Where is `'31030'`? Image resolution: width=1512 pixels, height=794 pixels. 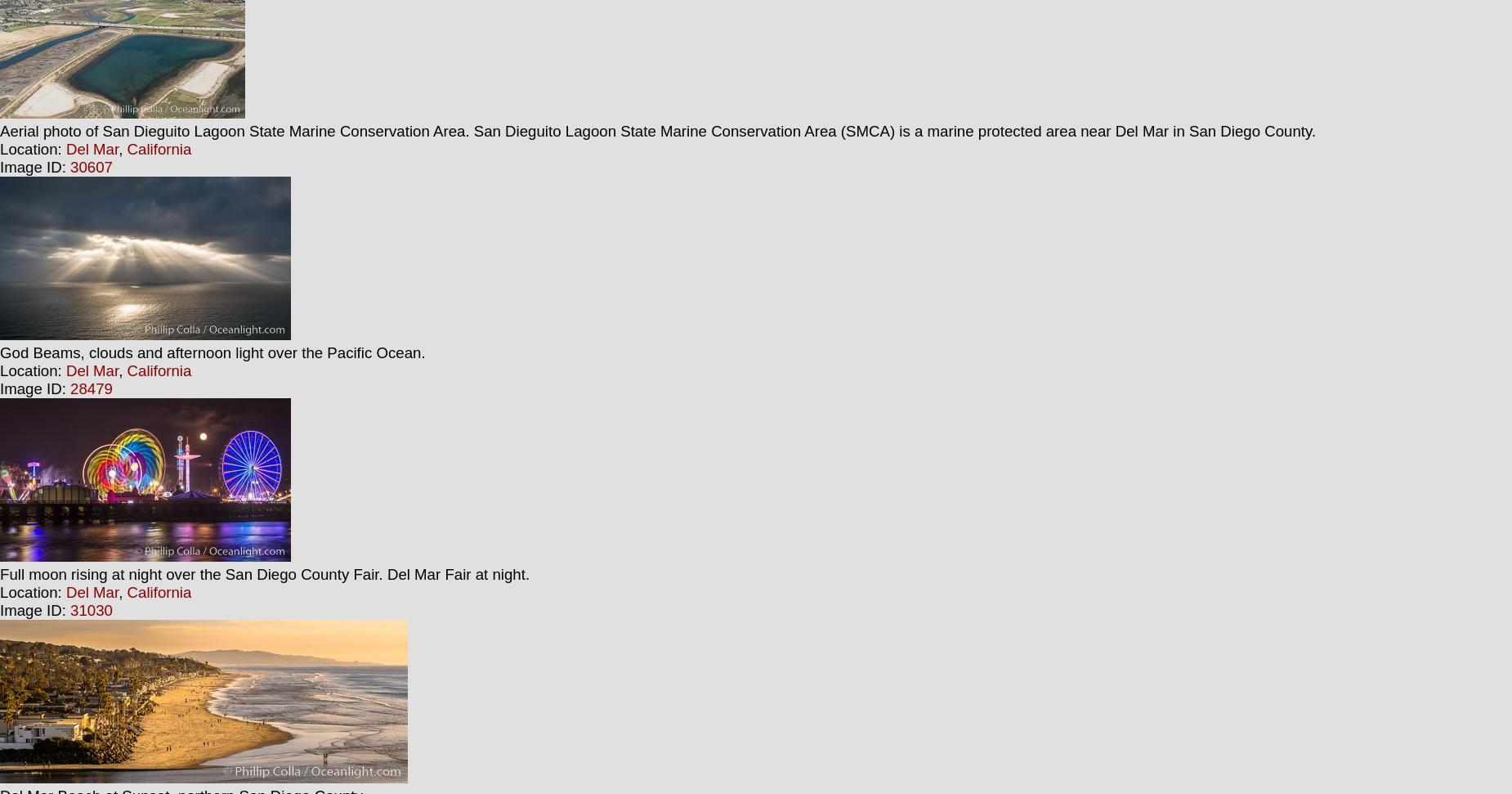
'31030' is located at coordinates (90, 609).